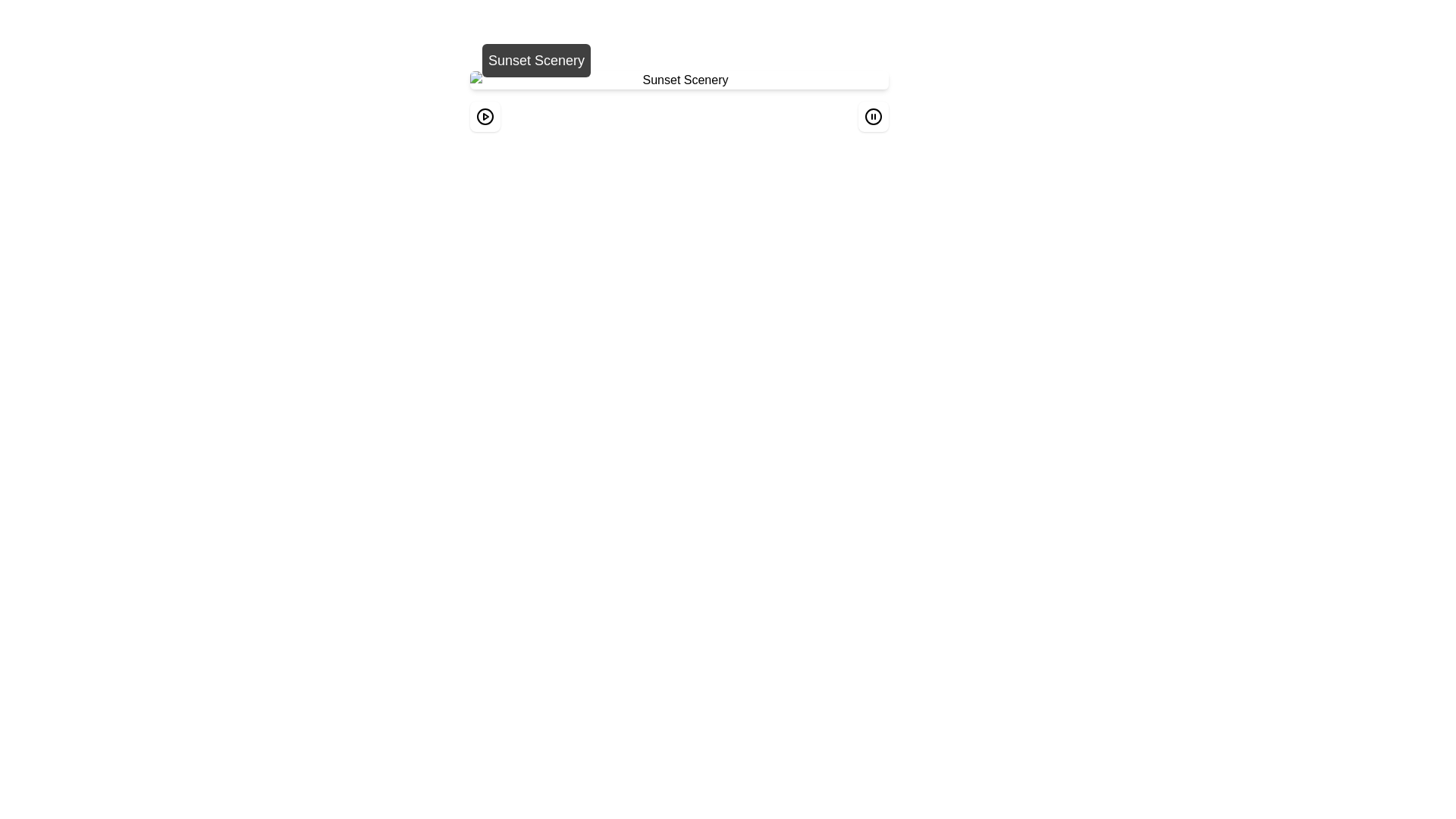  Describe the element at coordinates (484, 116) in the screenshot. I see `the circular graphic element that serves as part of the play button icon, located within the overall layout at the specified coordinates` at that location.